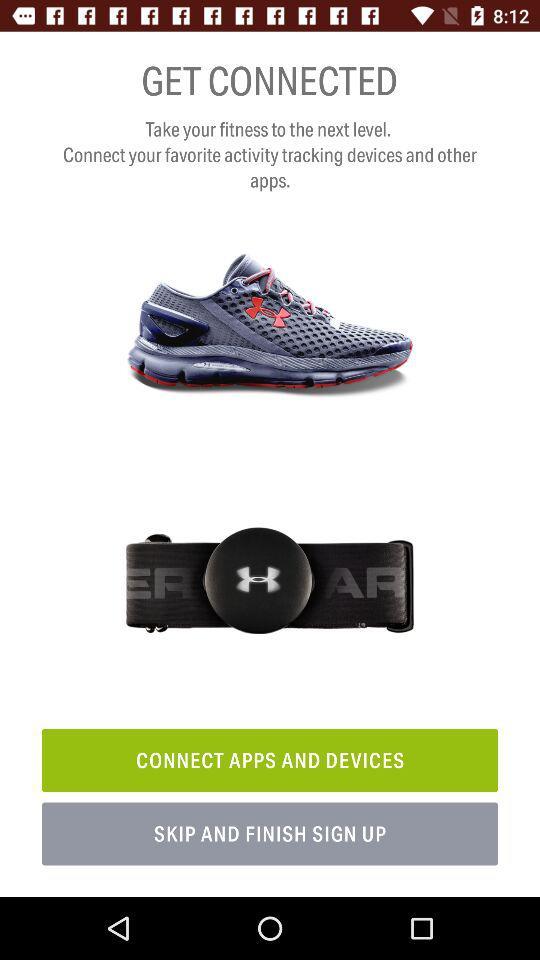 The width and height of the screenshot is (540, 960). What do you see at coordinates (270, 834) in the screenshot?
I see `item below the connect apps and icon` at bounding box center [270, 834].